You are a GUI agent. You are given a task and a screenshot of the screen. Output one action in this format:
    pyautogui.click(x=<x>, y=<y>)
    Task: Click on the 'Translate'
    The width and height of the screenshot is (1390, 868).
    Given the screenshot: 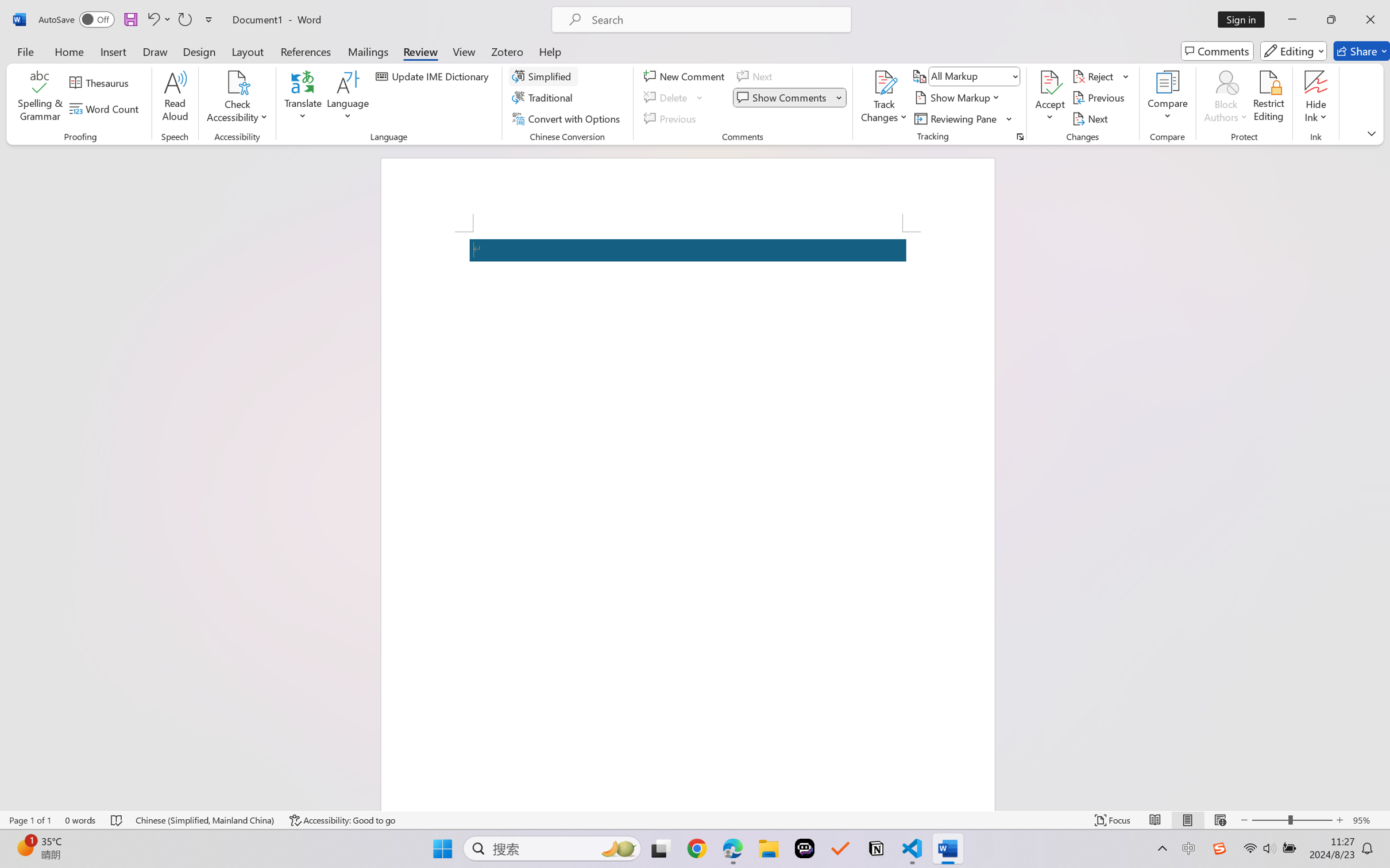 What is the action you would take?
    pyautogui.click(x=303, y=98)
    